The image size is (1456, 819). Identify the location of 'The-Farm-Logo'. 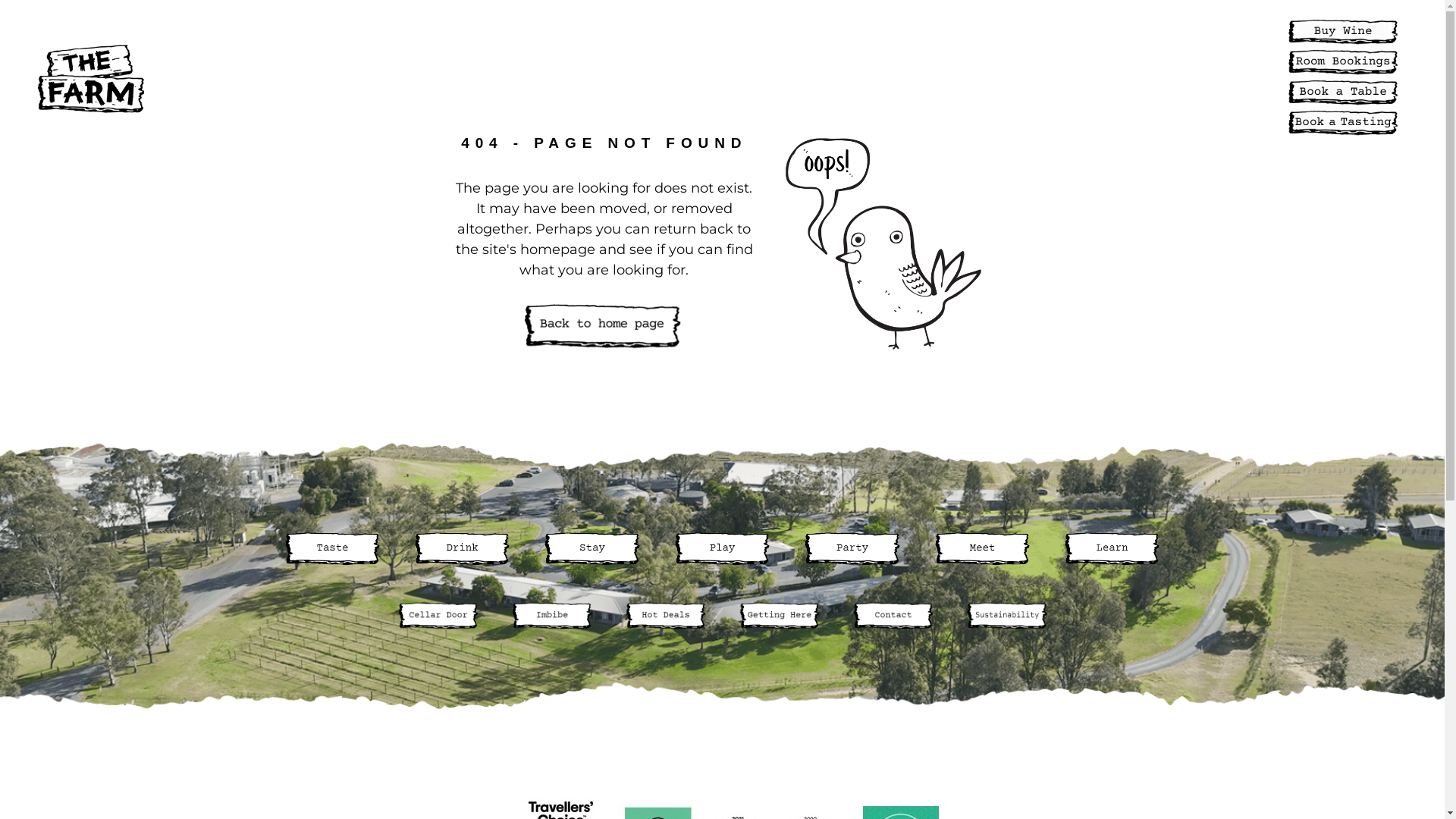
(90, 79).